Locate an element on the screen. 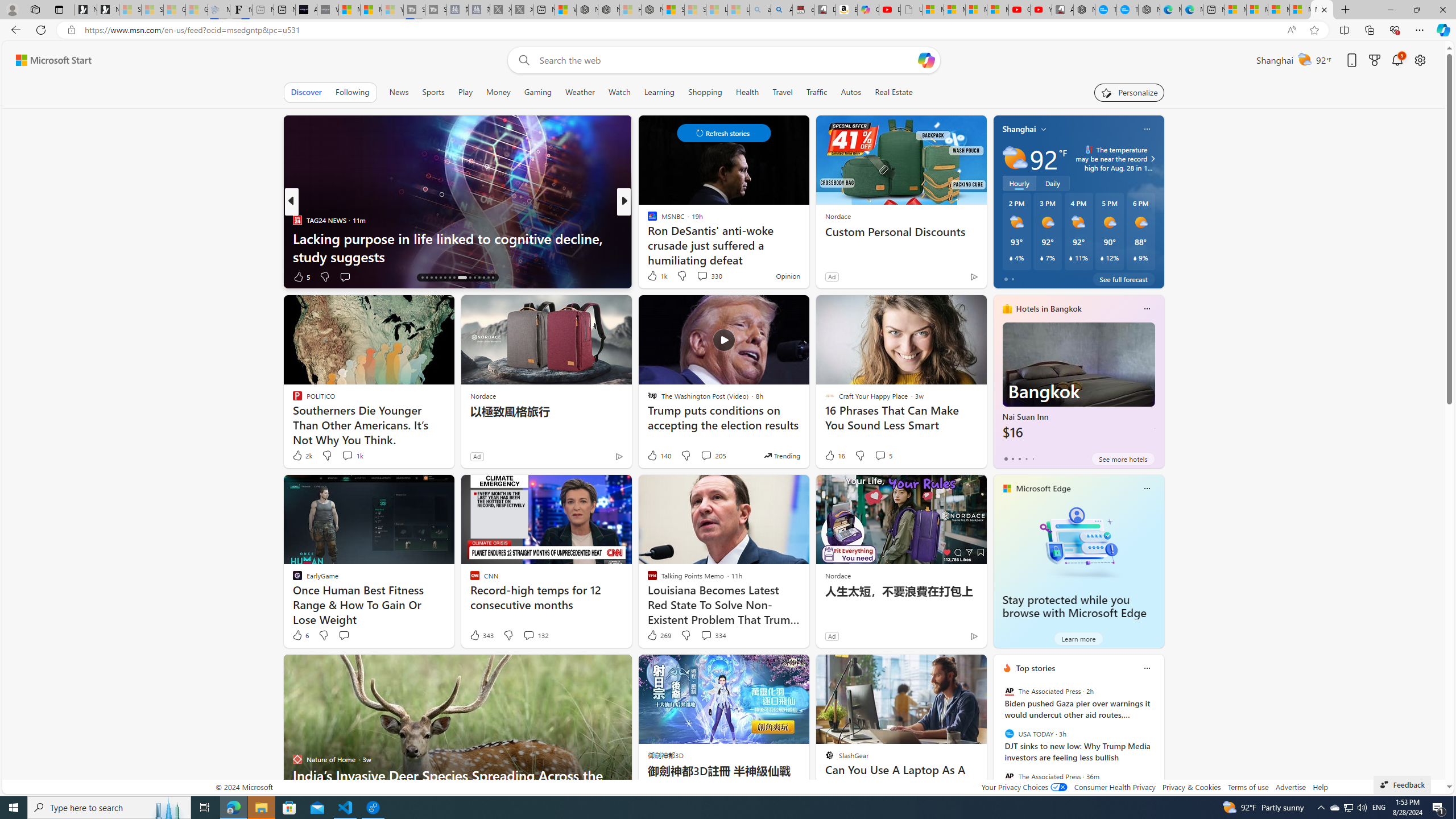  'tab-4' is located at coordinates (1032, 459).